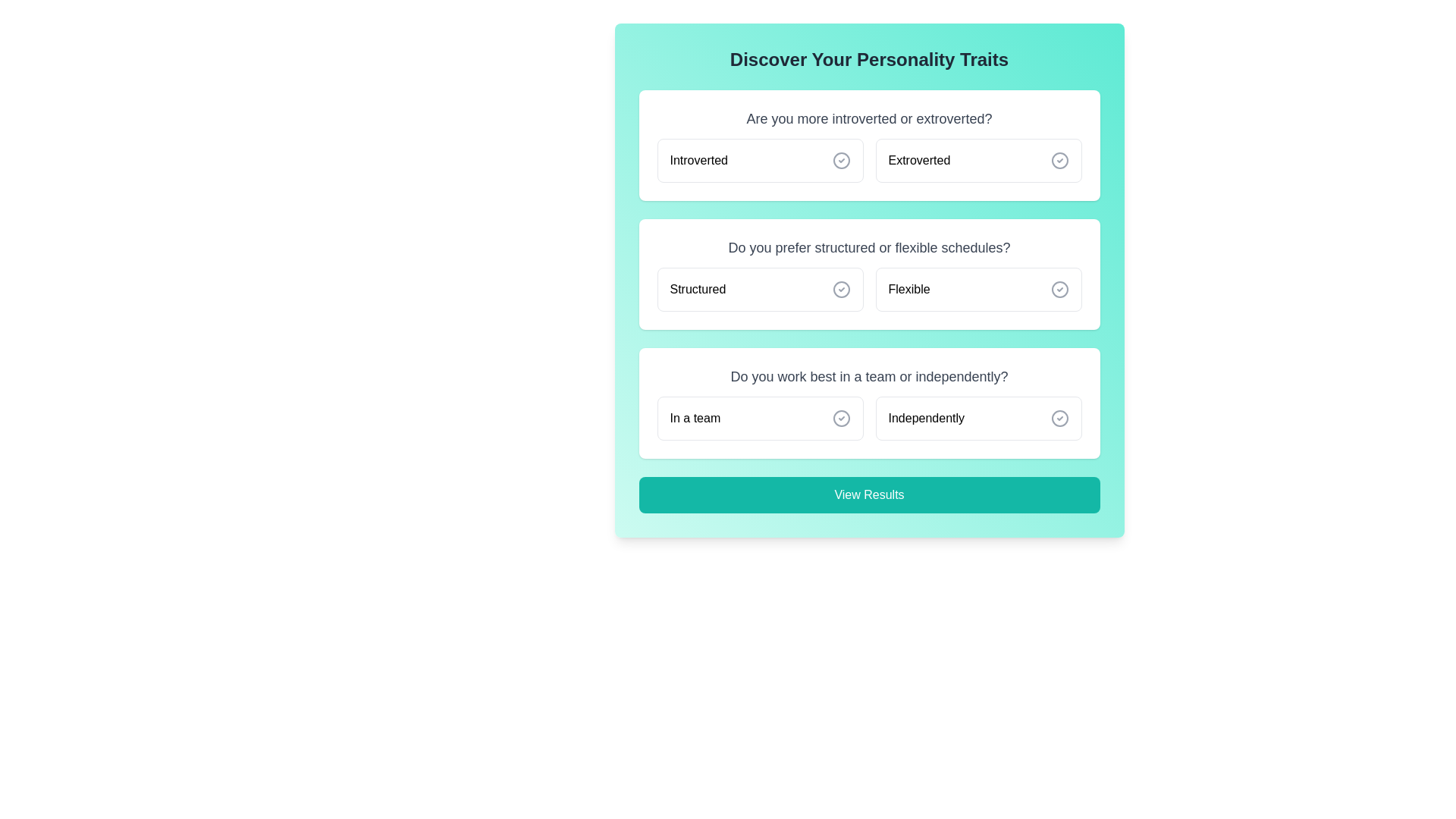 The width and height of the screenshot is (1456, 819). Describe the element at coordinates (925, 418) in the screenshot. I see `text label representing the selection choice 'Independently' within the option group for the question about working preferences` at that location.